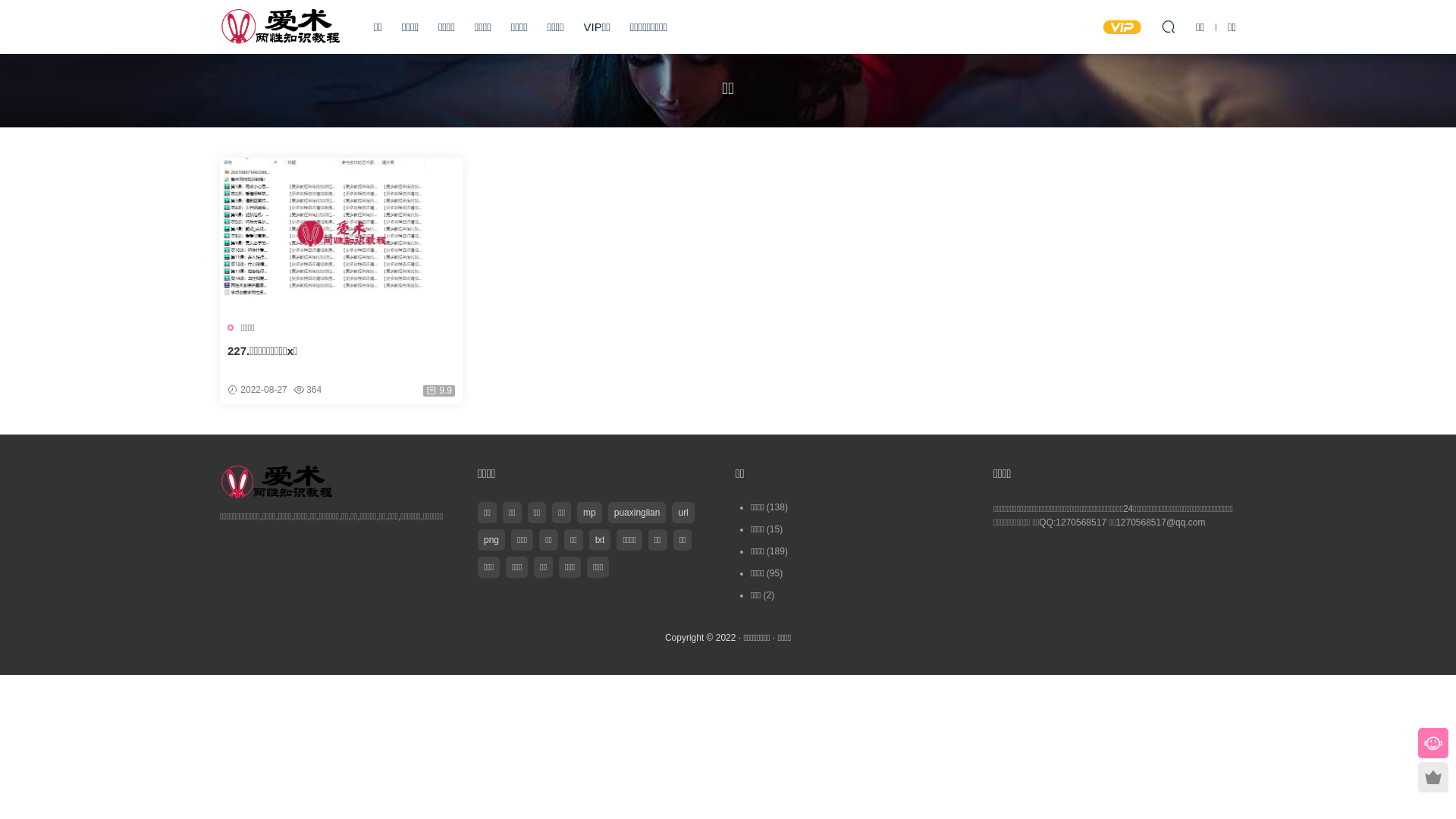 The width and height of the screenshot is (1456, 819). Describe the element at coordinates (576, 512) in the screenshot. I see `'mp'` at that location.